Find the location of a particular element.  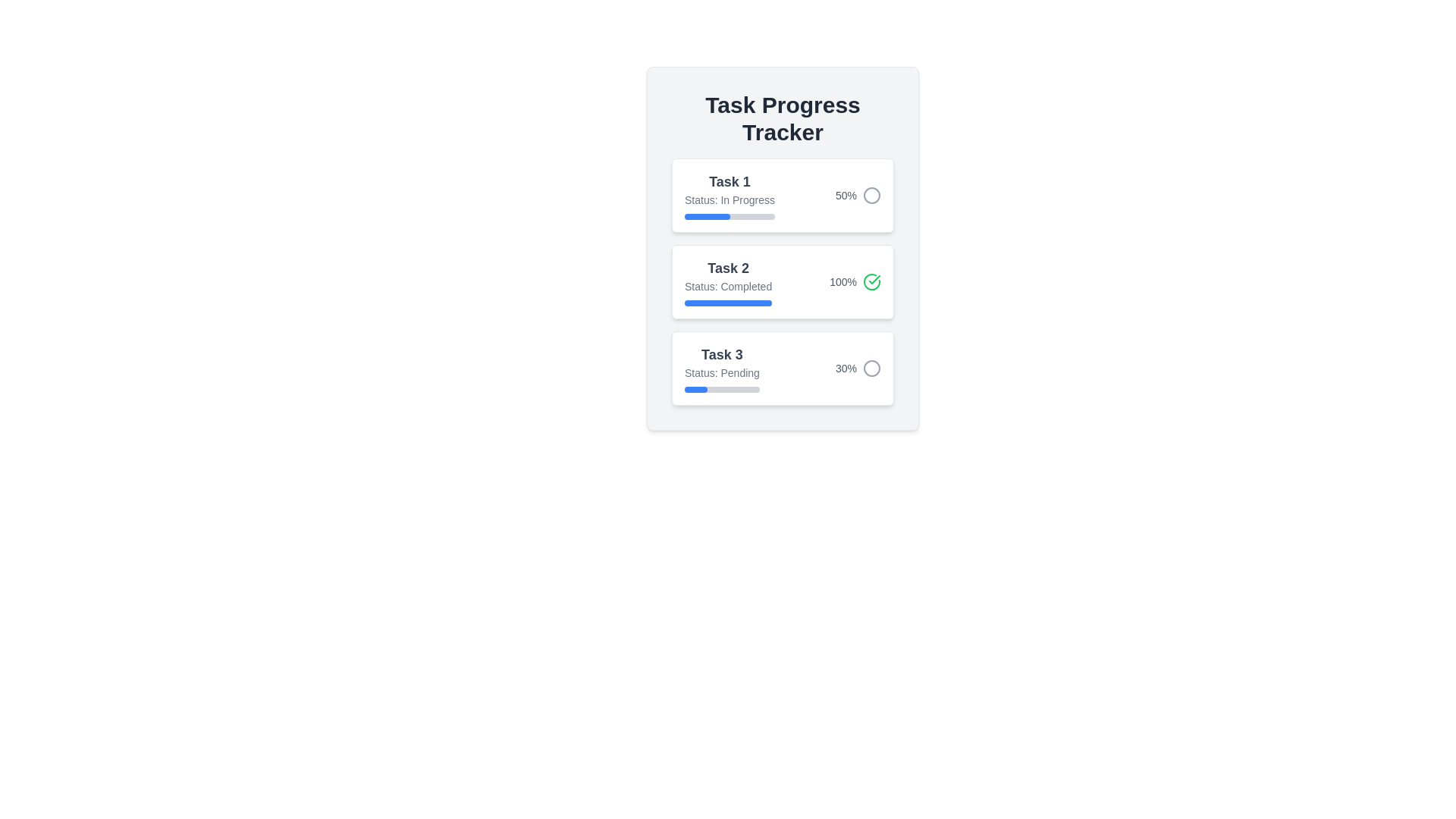

the text label displaying 'Status: Completed', which is located under the main title 'Task 2' in a card-like structure is located at coordinates (728, 287).